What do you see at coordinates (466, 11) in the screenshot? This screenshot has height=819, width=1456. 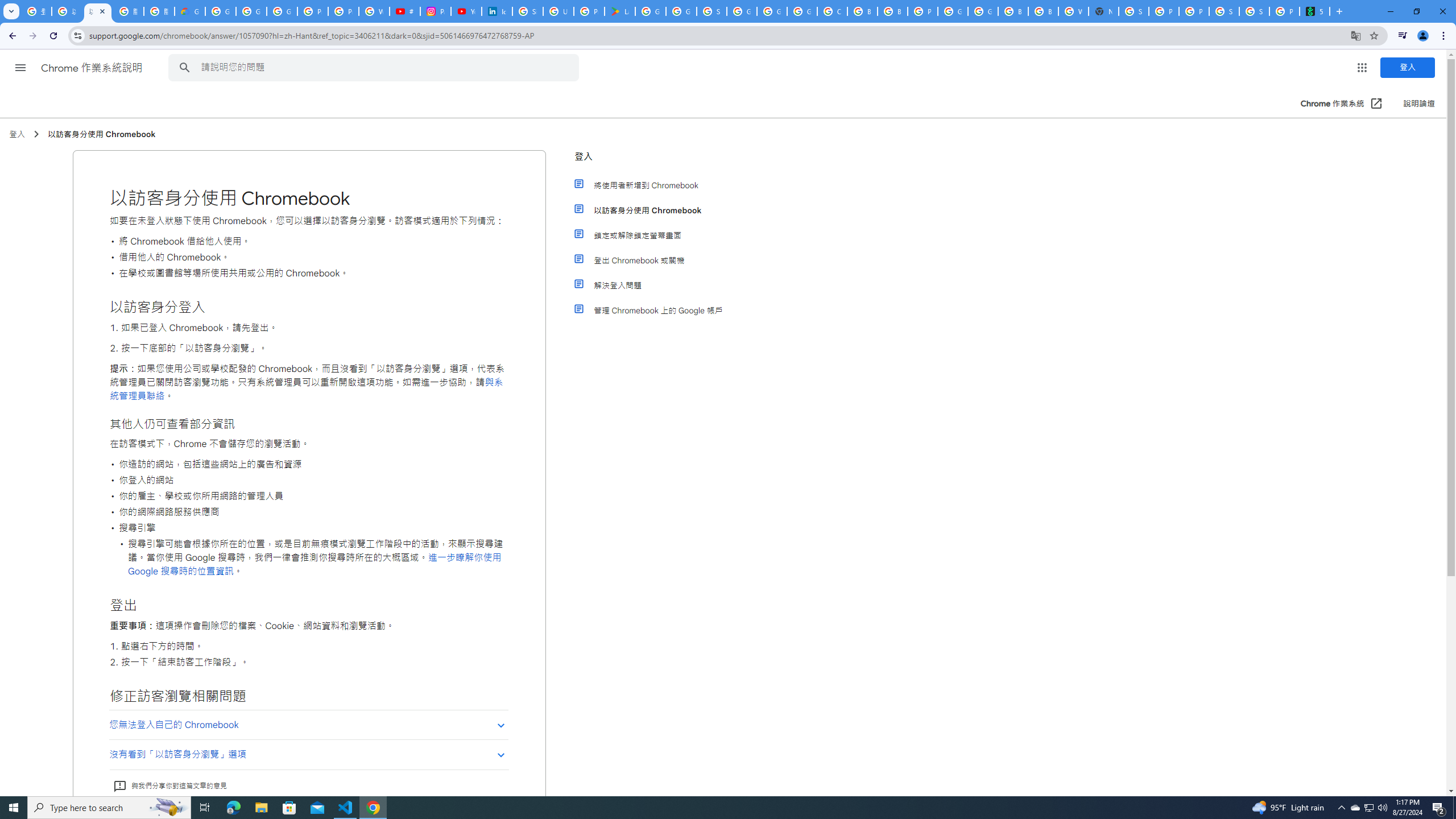 I see `'YouTube Culture & Trends - On The Rise: Handcam Videos'` at bounding box center [466, 11].